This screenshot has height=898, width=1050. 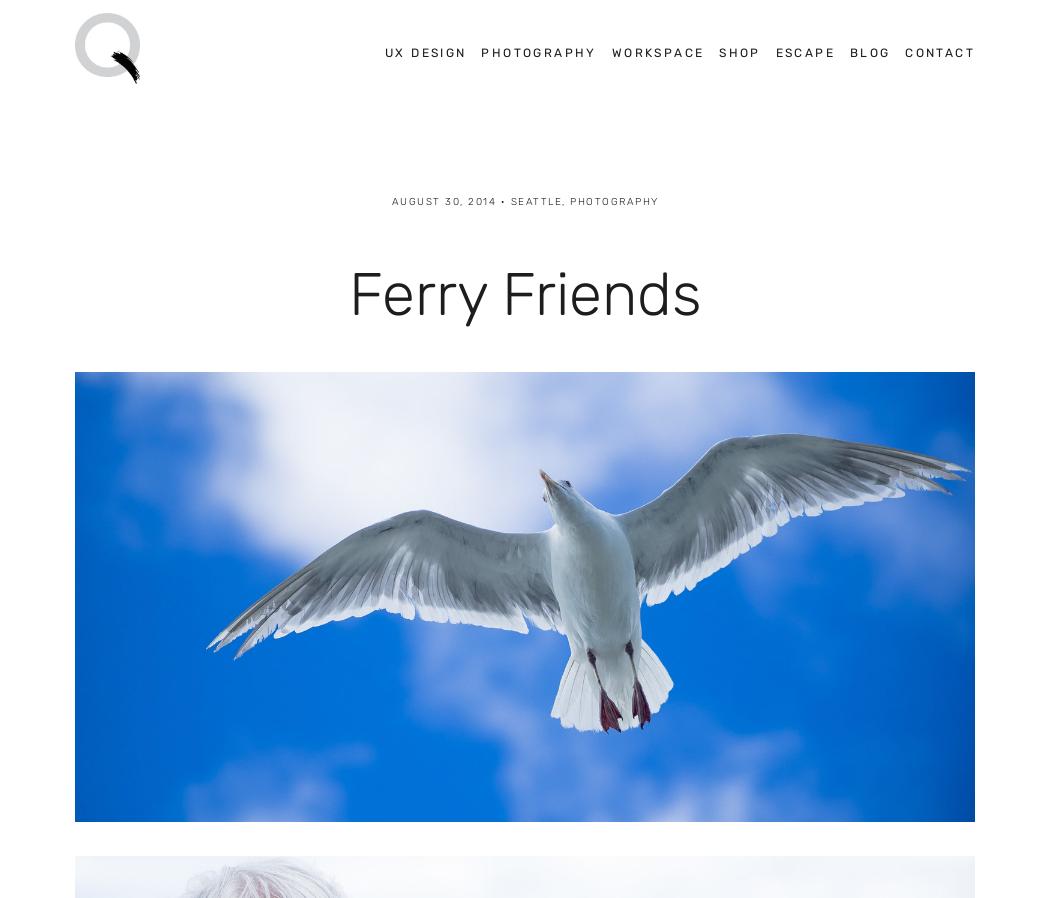 What do you see at coordinates (523, 294) in the screenshot?
I see `'Ferry Friends'` at bounding box center [523, 294].